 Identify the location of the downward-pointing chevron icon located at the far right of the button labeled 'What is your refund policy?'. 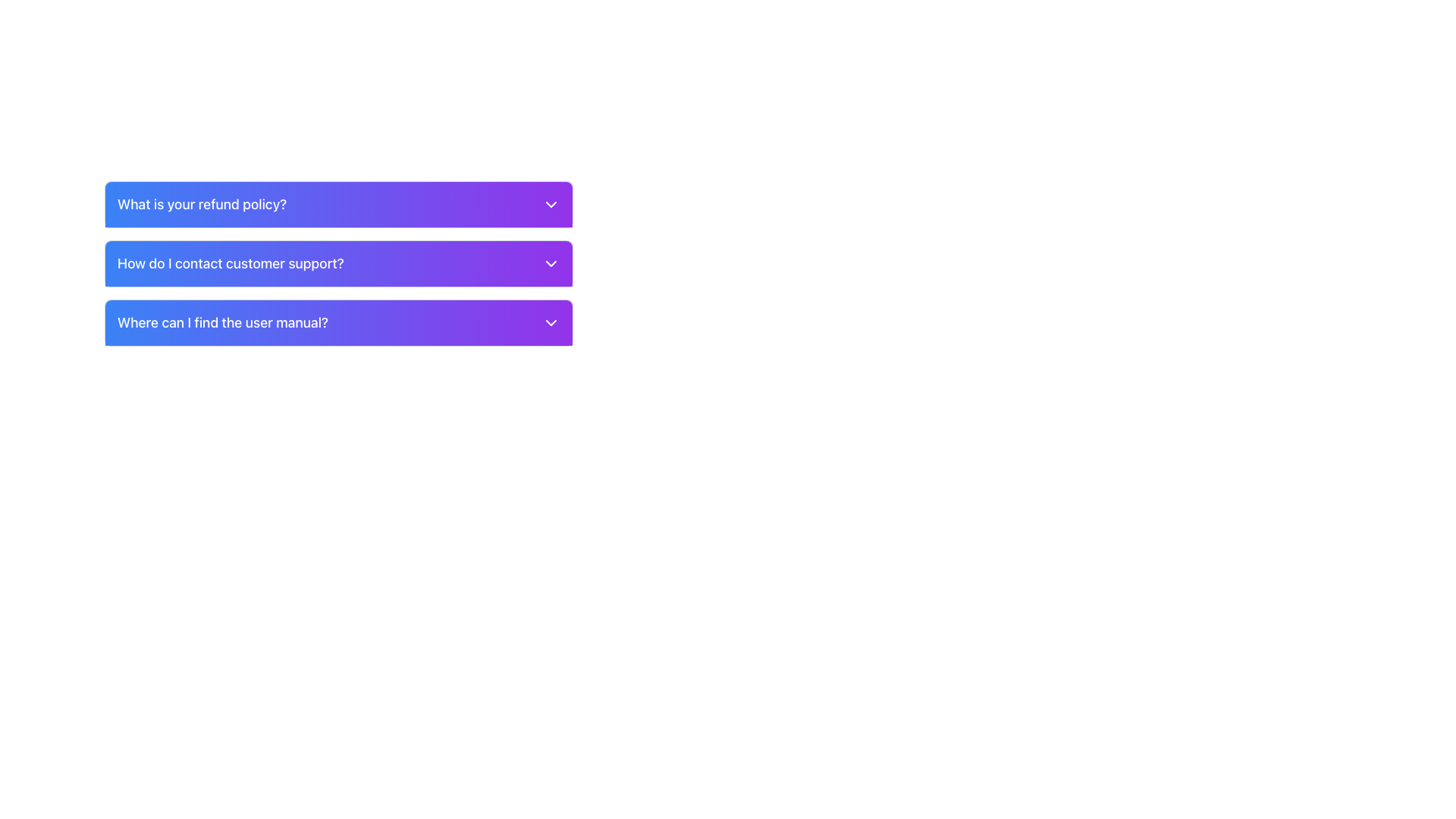
(550, 205).